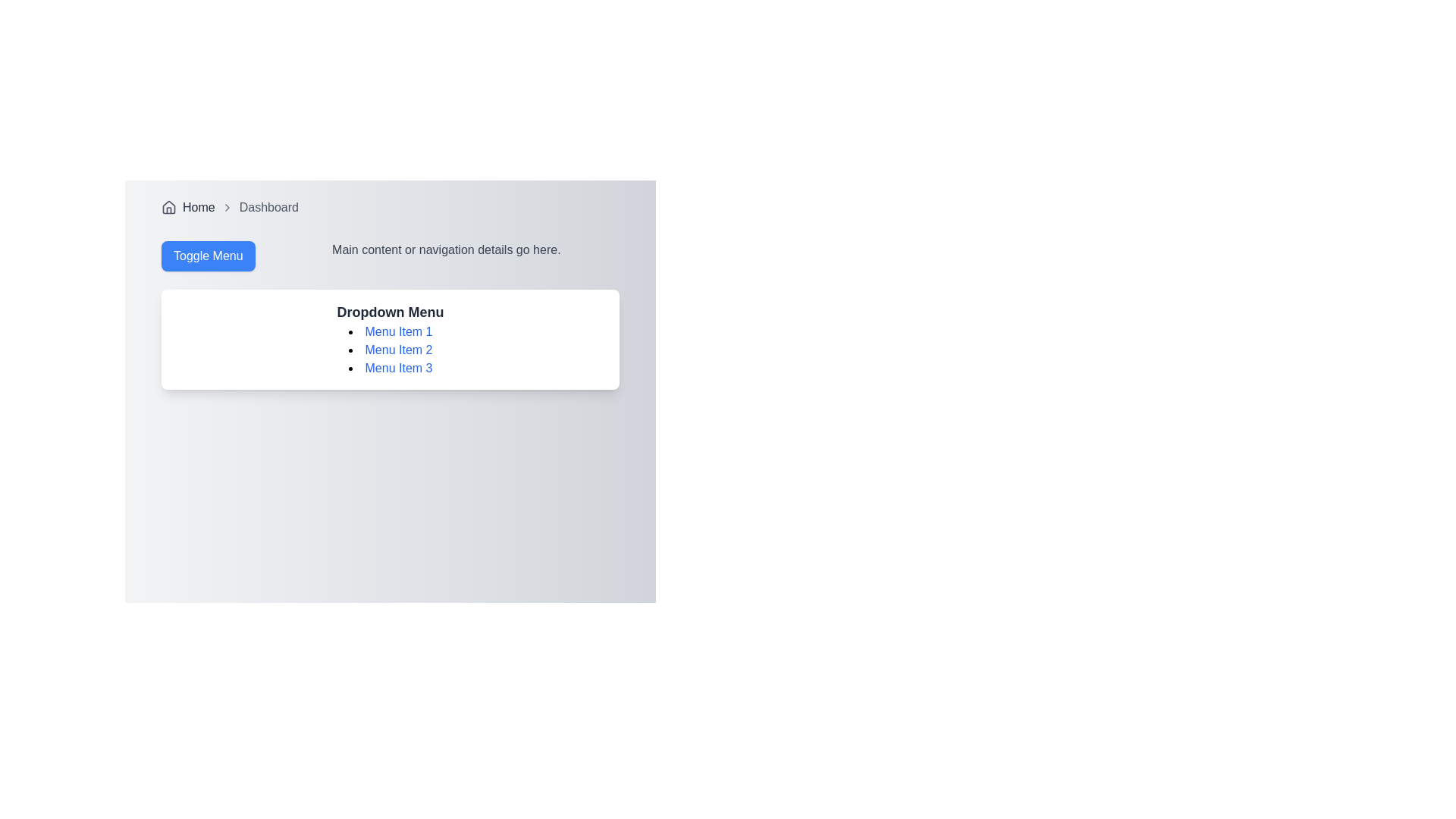 This screenshot has height=819, width=1456. Describe the element at coordinates (399, 368) in the screenshot. I see `the Anchor link in the 'Dropdown Menu'` at that location.